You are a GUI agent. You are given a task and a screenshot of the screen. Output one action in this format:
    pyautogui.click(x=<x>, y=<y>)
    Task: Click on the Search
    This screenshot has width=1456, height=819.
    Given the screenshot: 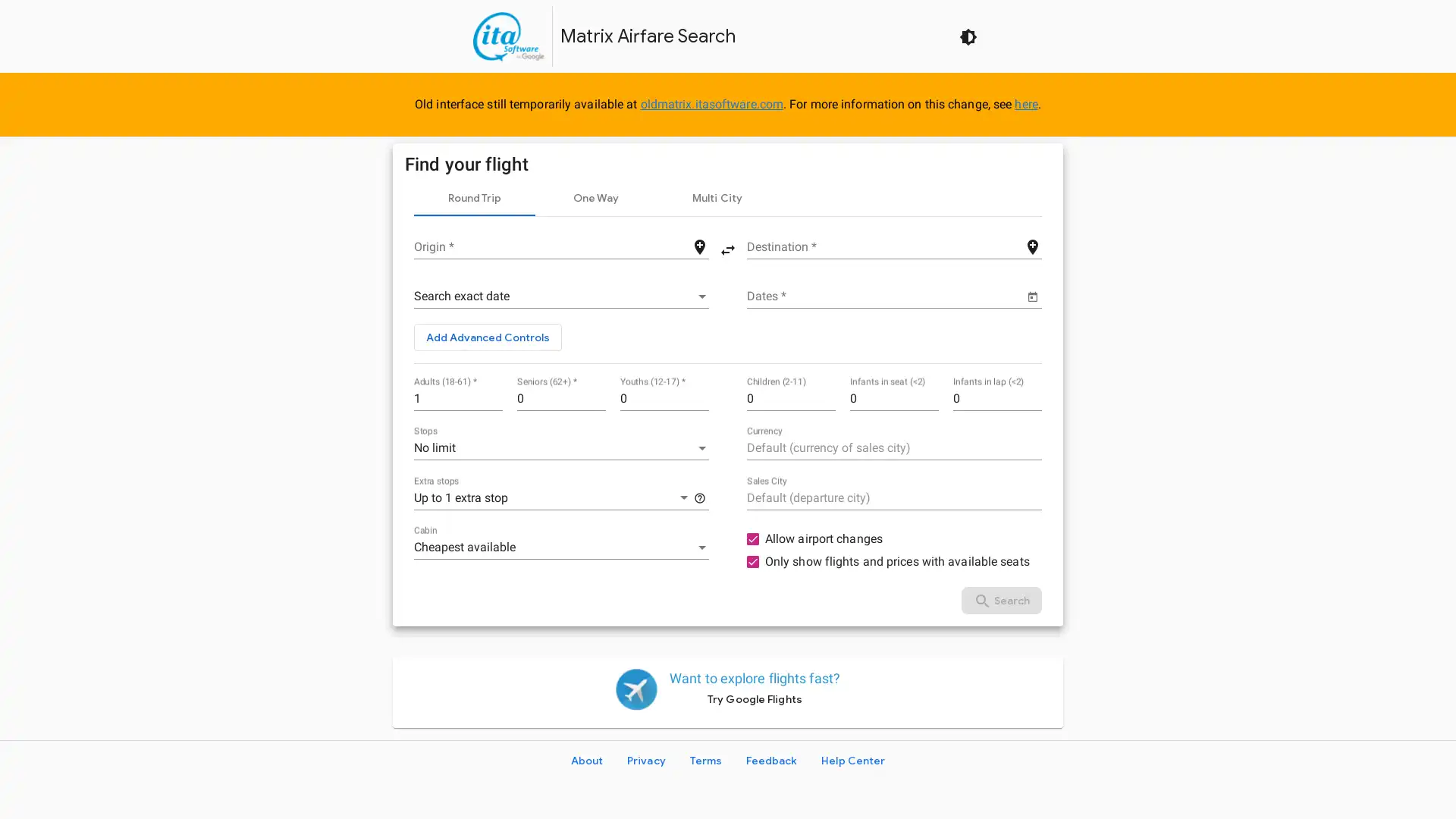 What is the action you would take?
    pyautogui.click(x=1001, y=599)
    